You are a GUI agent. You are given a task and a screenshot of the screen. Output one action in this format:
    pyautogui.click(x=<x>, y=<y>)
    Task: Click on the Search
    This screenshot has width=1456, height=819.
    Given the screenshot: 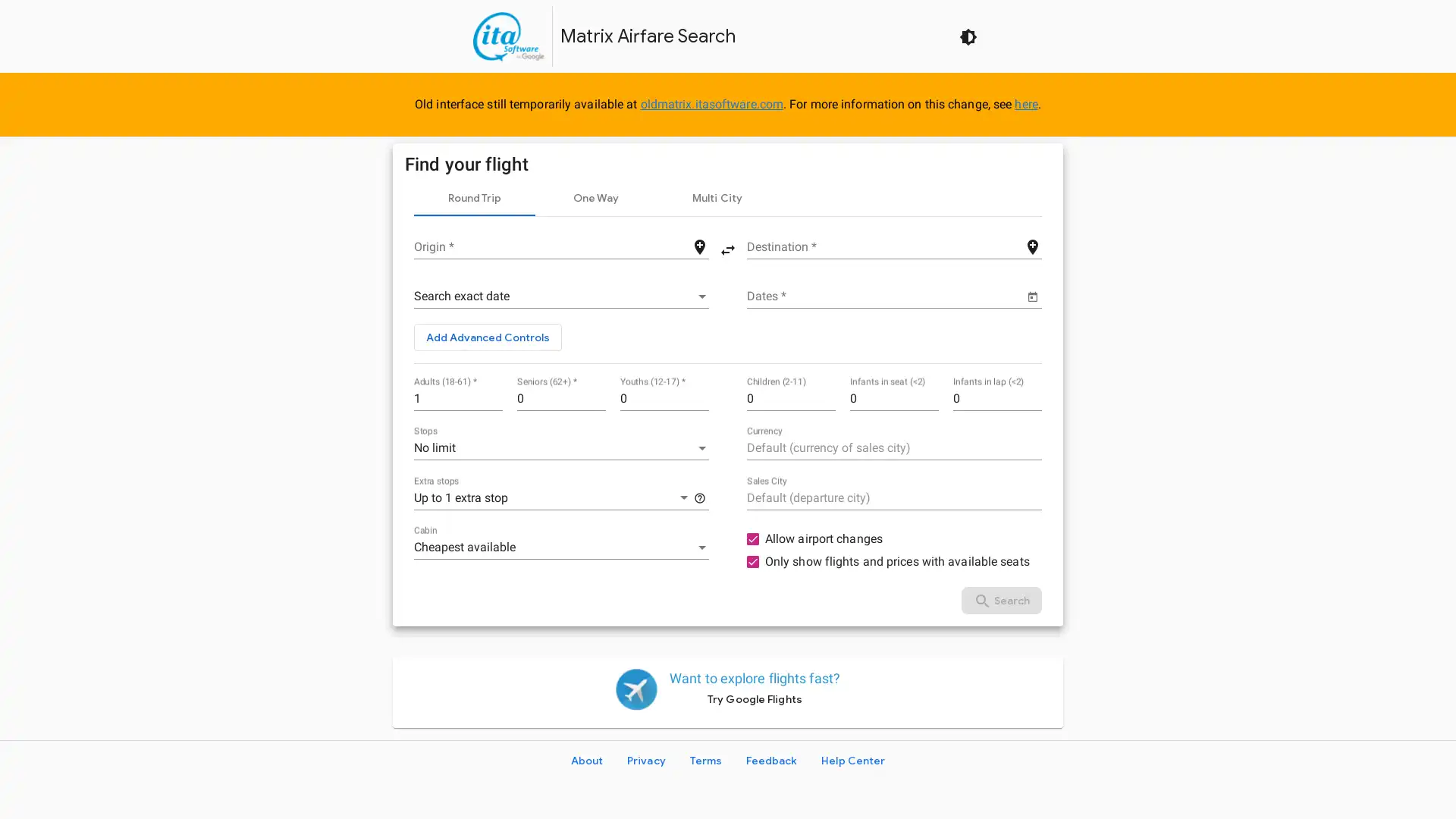 What is the action you would take?
    pyautogui.click(x=1001, y=599)
    